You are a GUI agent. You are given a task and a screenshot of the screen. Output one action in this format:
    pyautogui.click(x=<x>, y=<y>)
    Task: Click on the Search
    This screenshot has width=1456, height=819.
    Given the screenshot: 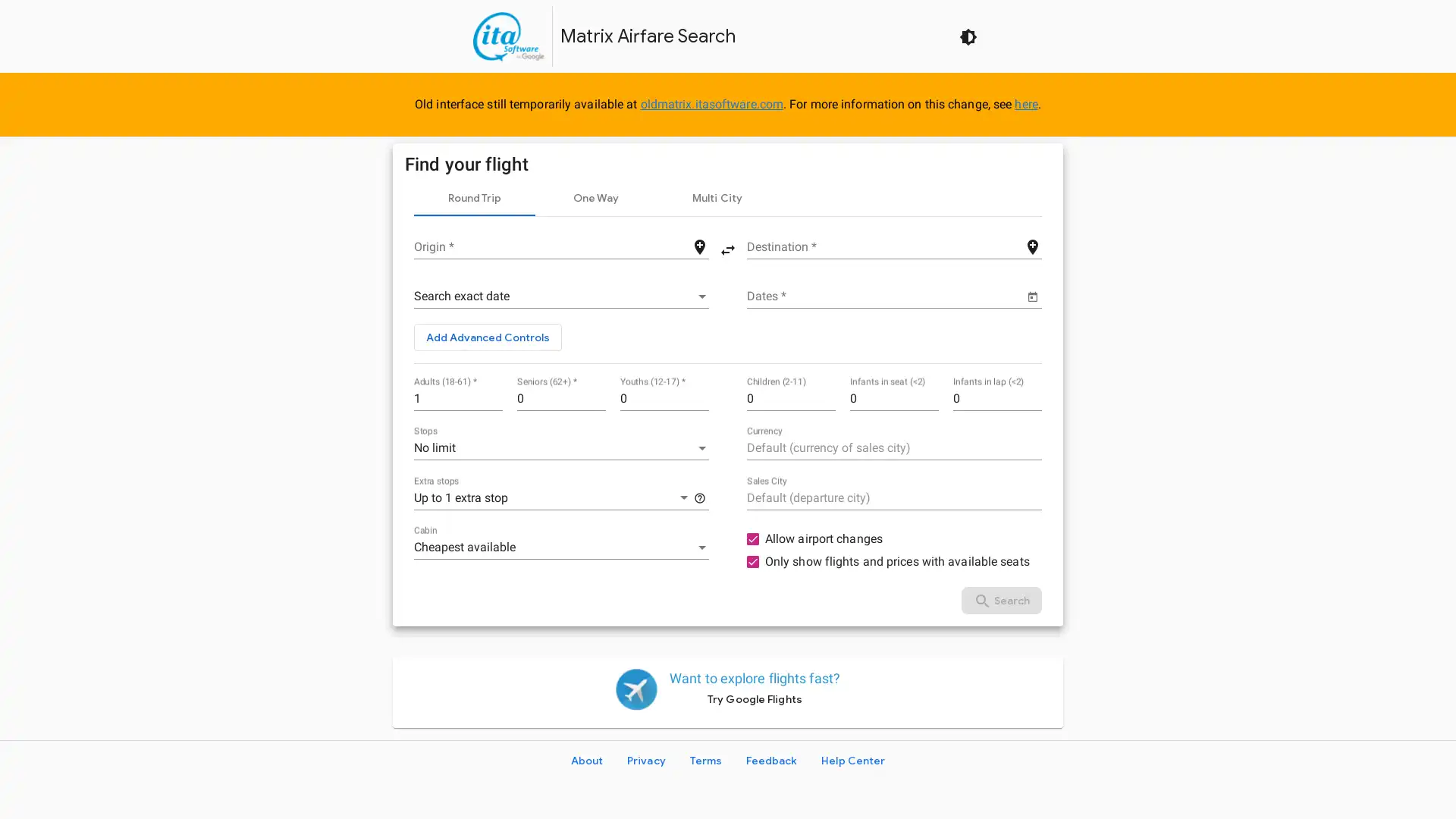 What is the action you would take?
    pyautogui.click(x=1001, y=599)
    